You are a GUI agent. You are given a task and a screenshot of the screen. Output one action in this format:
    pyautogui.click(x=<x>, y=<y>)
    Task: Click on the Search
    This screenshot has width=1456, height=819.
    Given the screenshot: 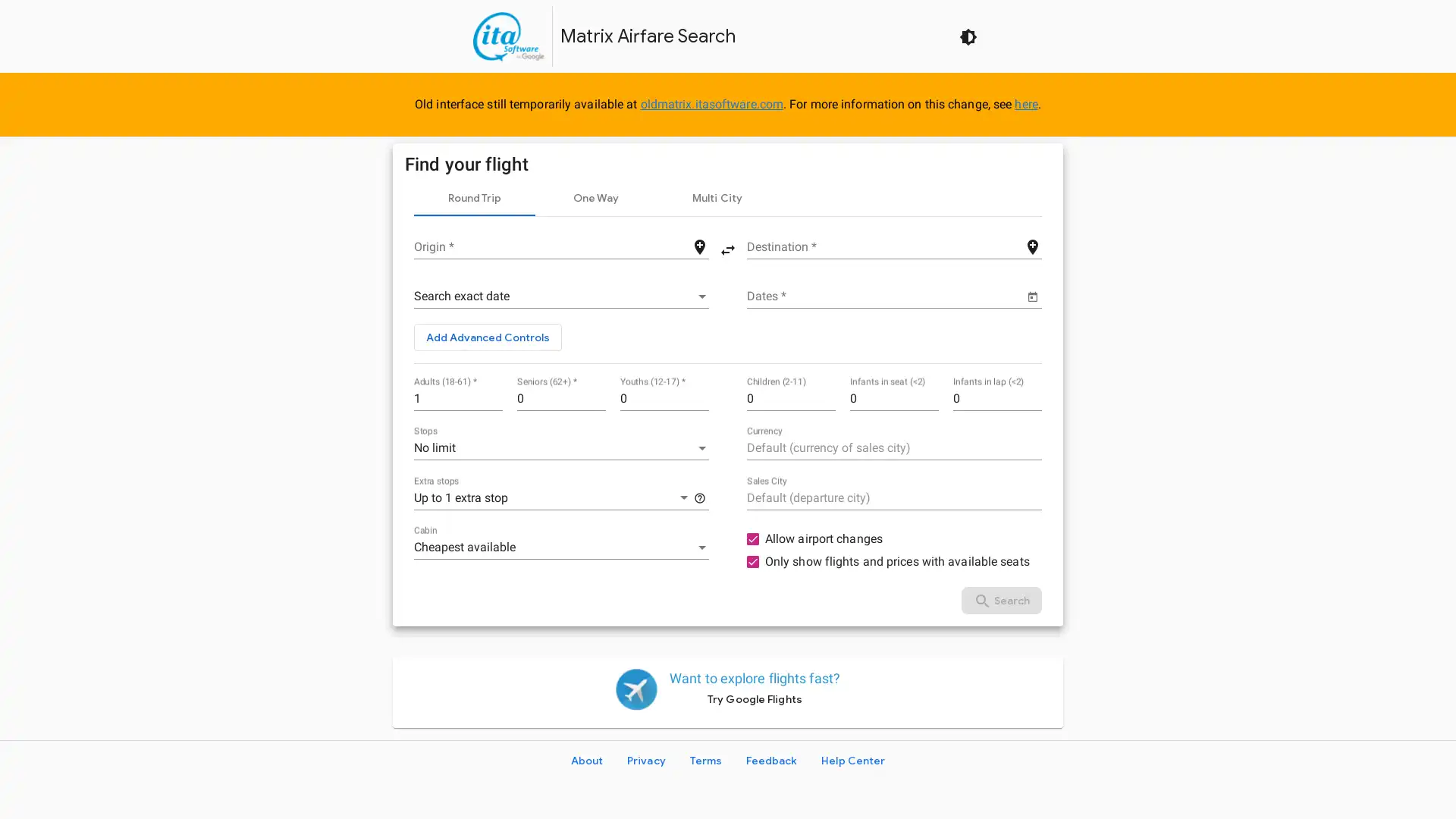 What is the action you would take?
    pyautogui.click(x=1001, y=599)
    